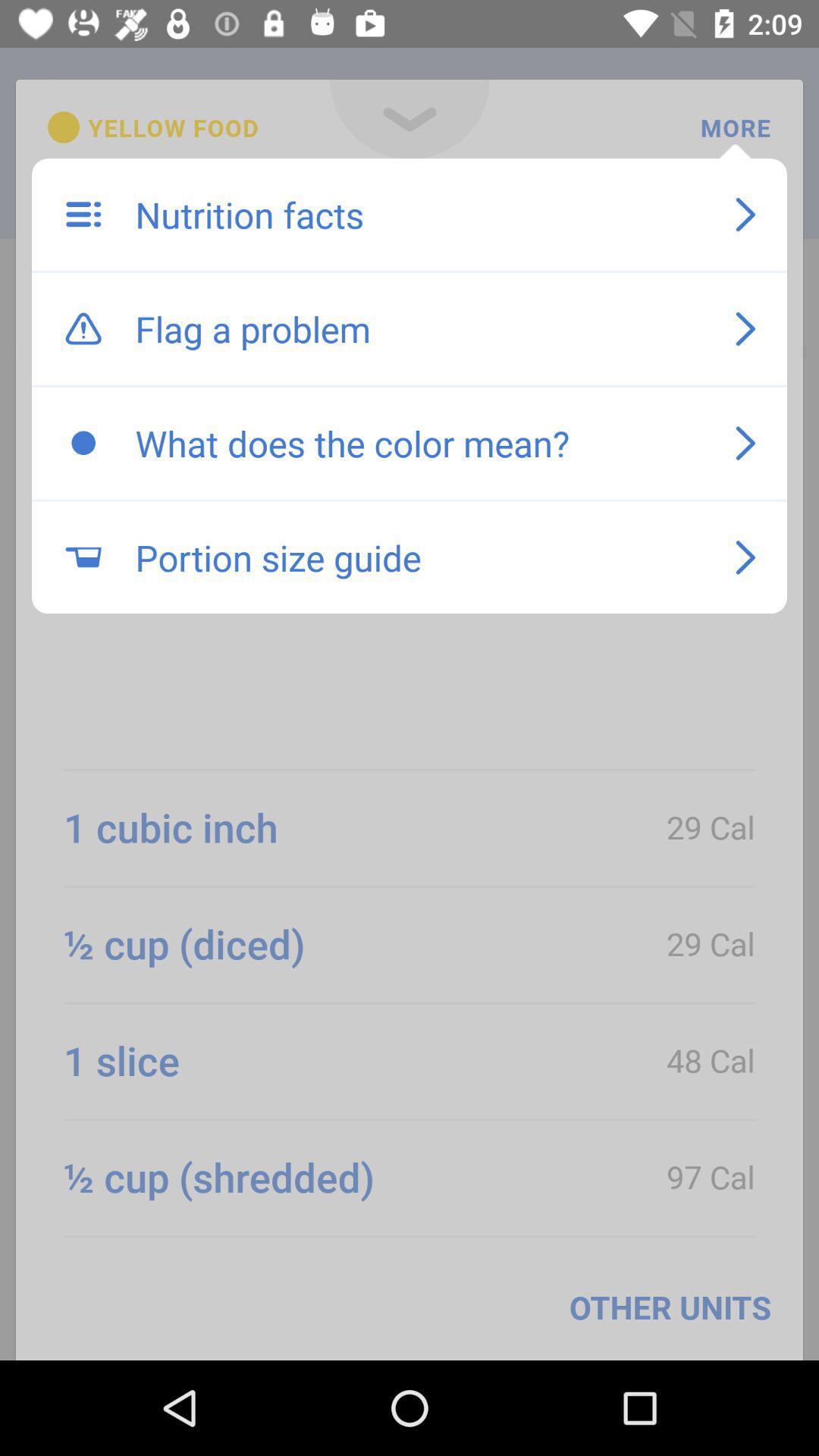 This screenshot has width=819, height=1456. I want to click on the portion size guide item, so click(419, 557).